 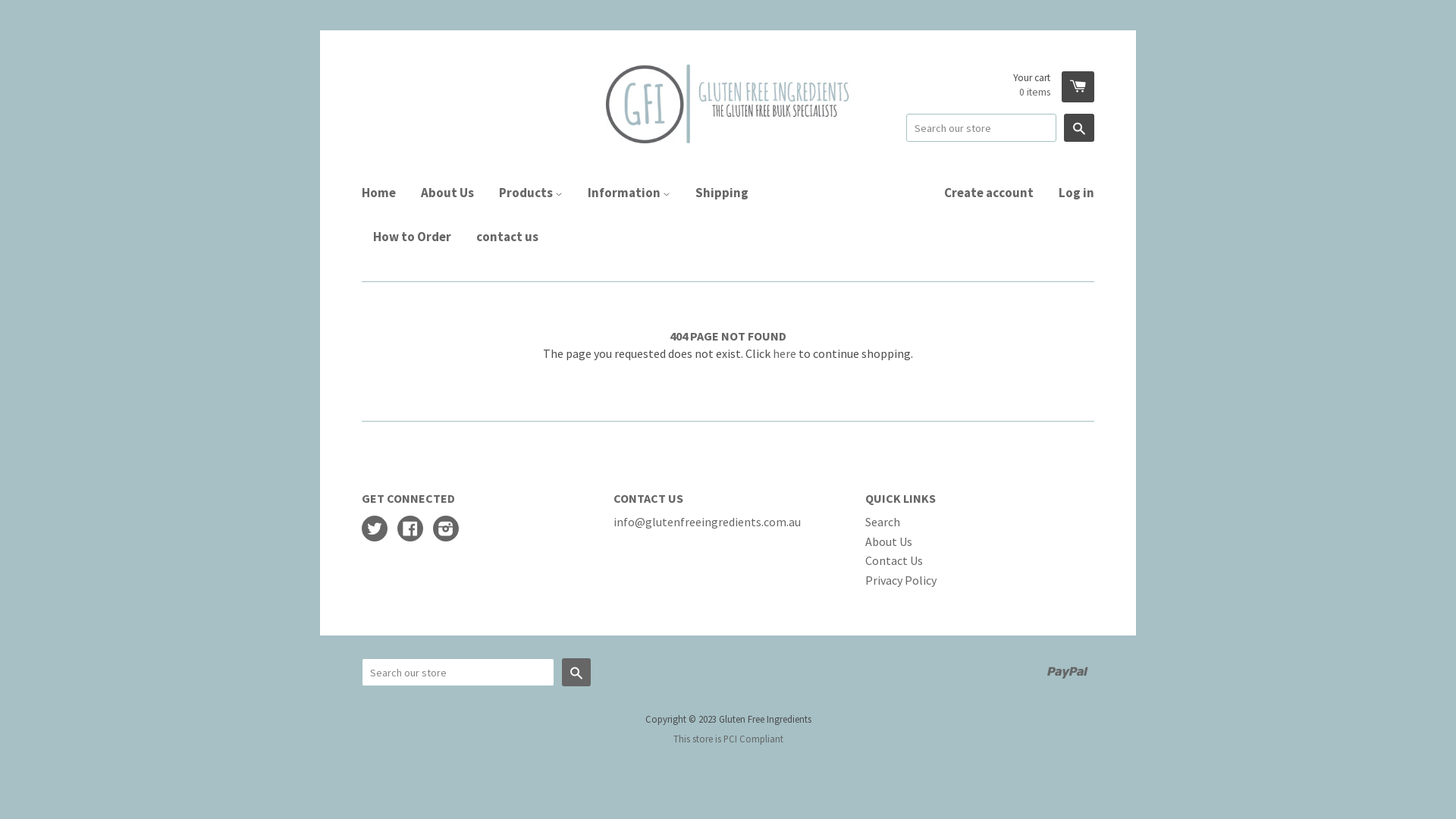 What do you see at coordinates (1053, 86) in the screenshot?
I see `'Your cart` at bounding box center [1053, 86].